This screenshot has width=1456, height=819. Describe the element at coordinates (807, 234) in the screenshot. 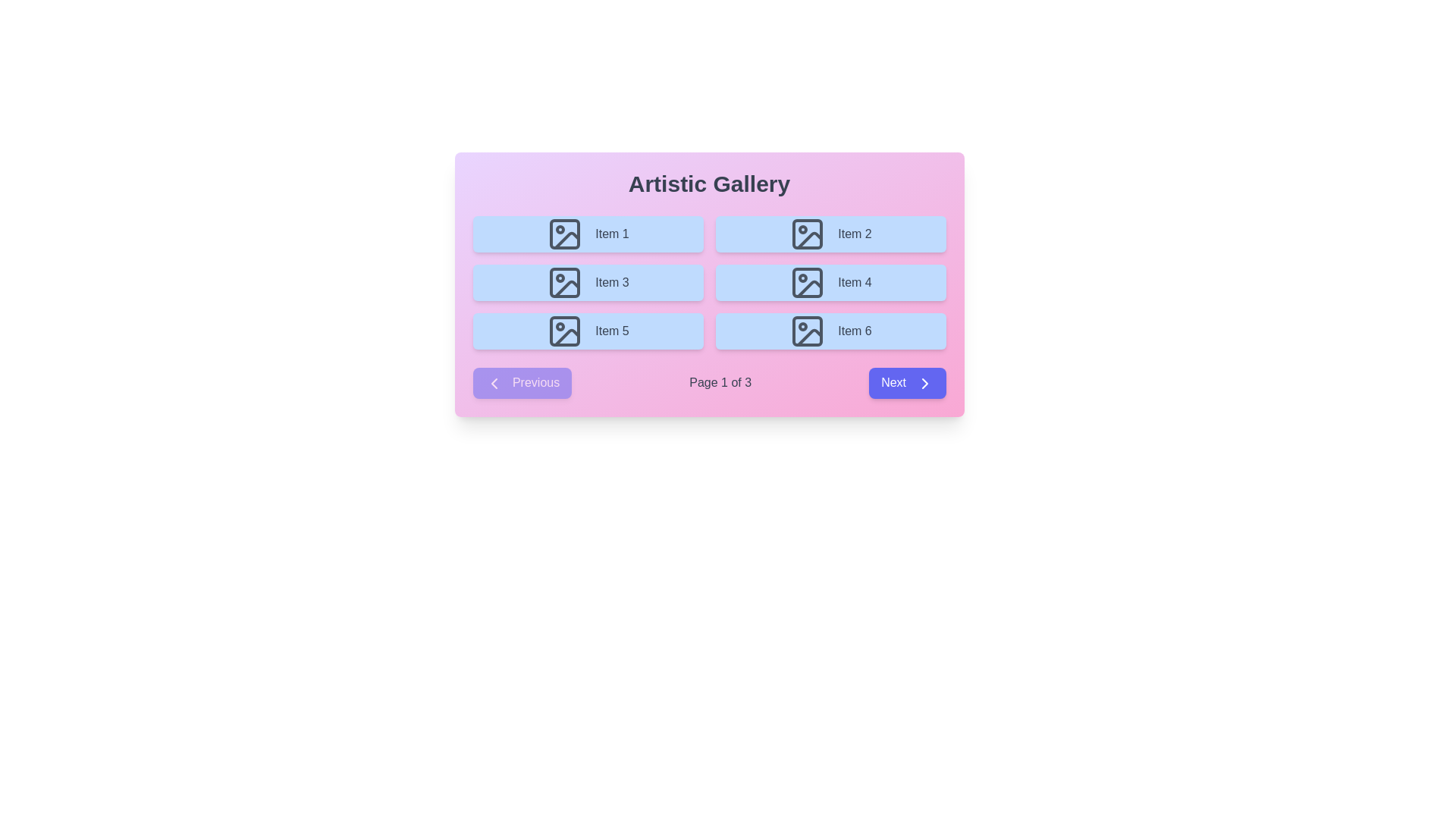

I see `the Decorative background for the icon element located within the button labeled 'Item 2' in the top-right corner of the grid` at that location.